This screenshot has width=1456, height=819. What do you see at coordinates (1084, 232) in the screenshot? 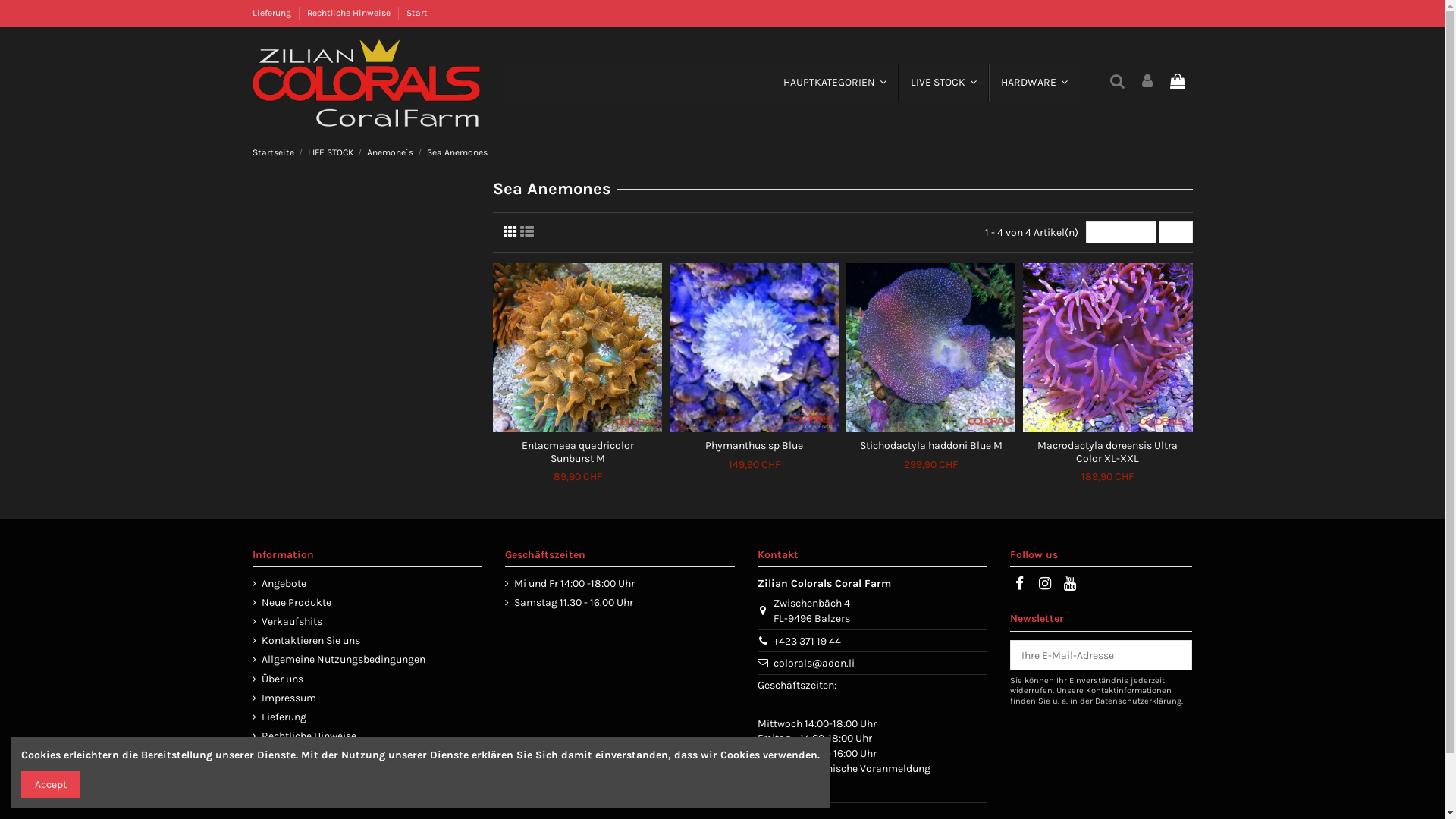
I see `'Relevanz'` at bounding box center [1084, 232].